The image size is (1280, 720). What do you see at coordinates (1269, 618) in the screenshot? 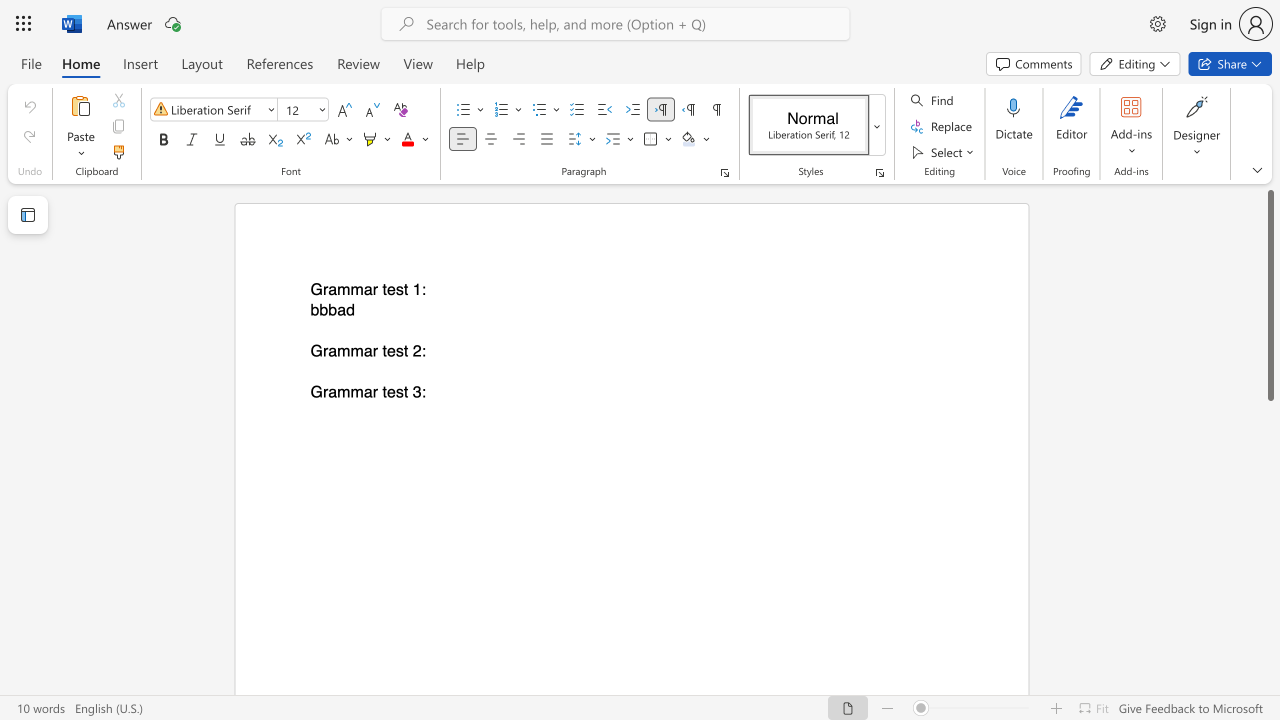
I see `the scrollbar to move the page downward` at bounding box center [1269, 618].